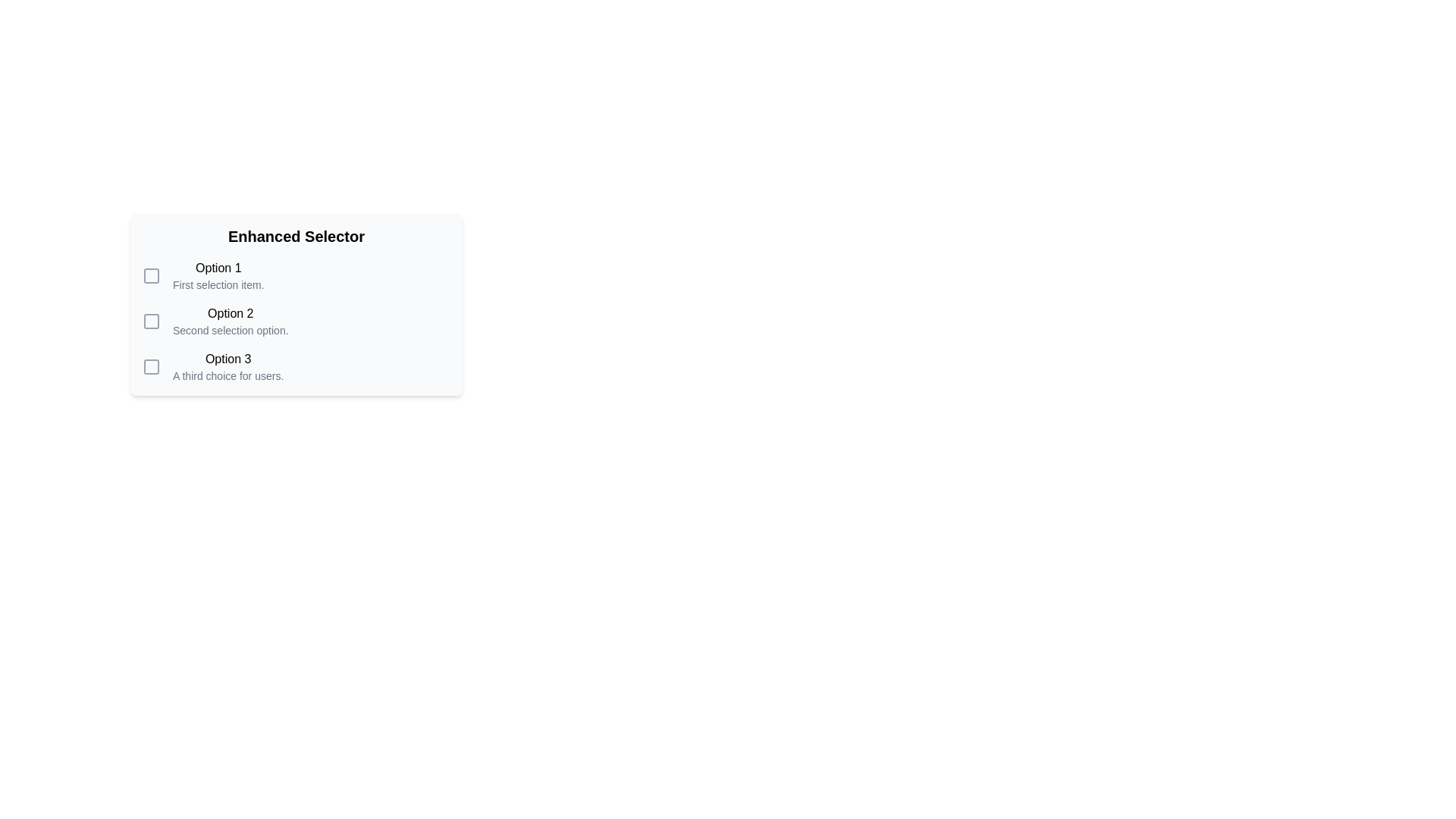 This screenshot has width=1456, height=819. What do you see at coordinates (230, 329) in the screenshot?
I see `the Text label providing supplementary information for 'Option 2', which is located directly beneath the 'Option 2' label in a vertical list of options` at bounding box center [230, 329].